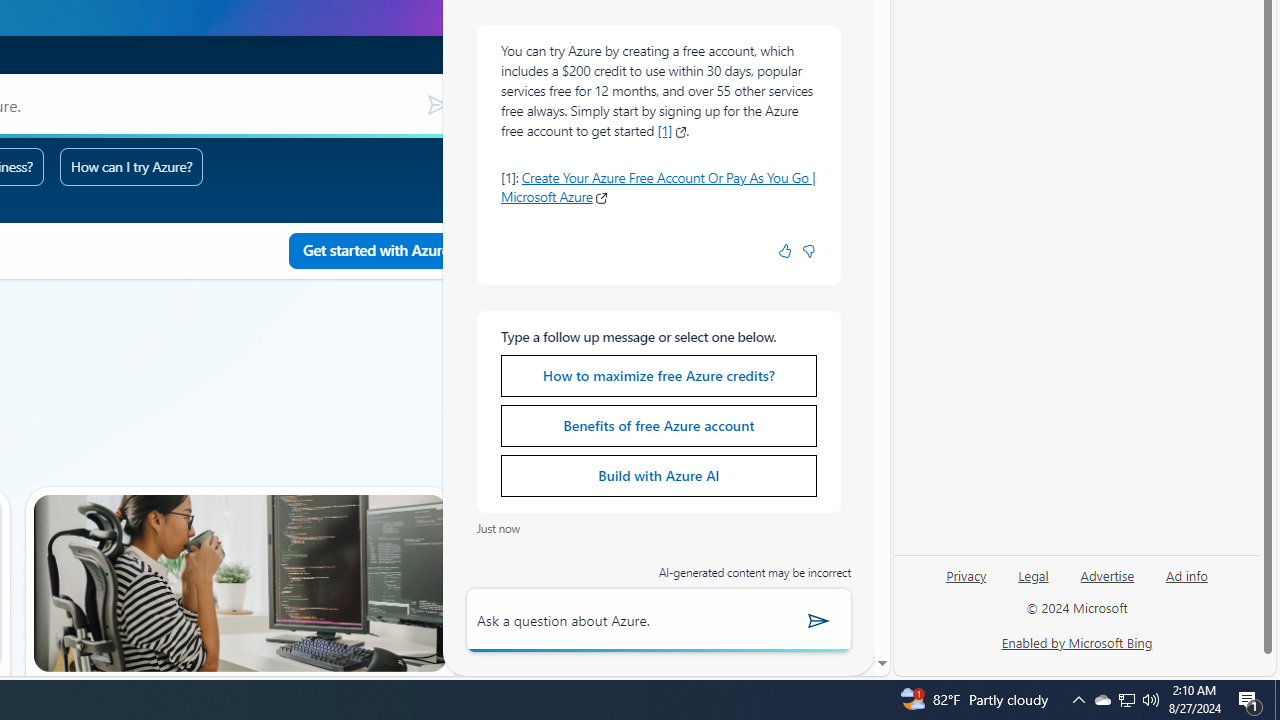 This screenshot has height=720, width=1280. Describe the element at coordinates (966, 574) in the screenshot. I see `'Privacy'` at that location.